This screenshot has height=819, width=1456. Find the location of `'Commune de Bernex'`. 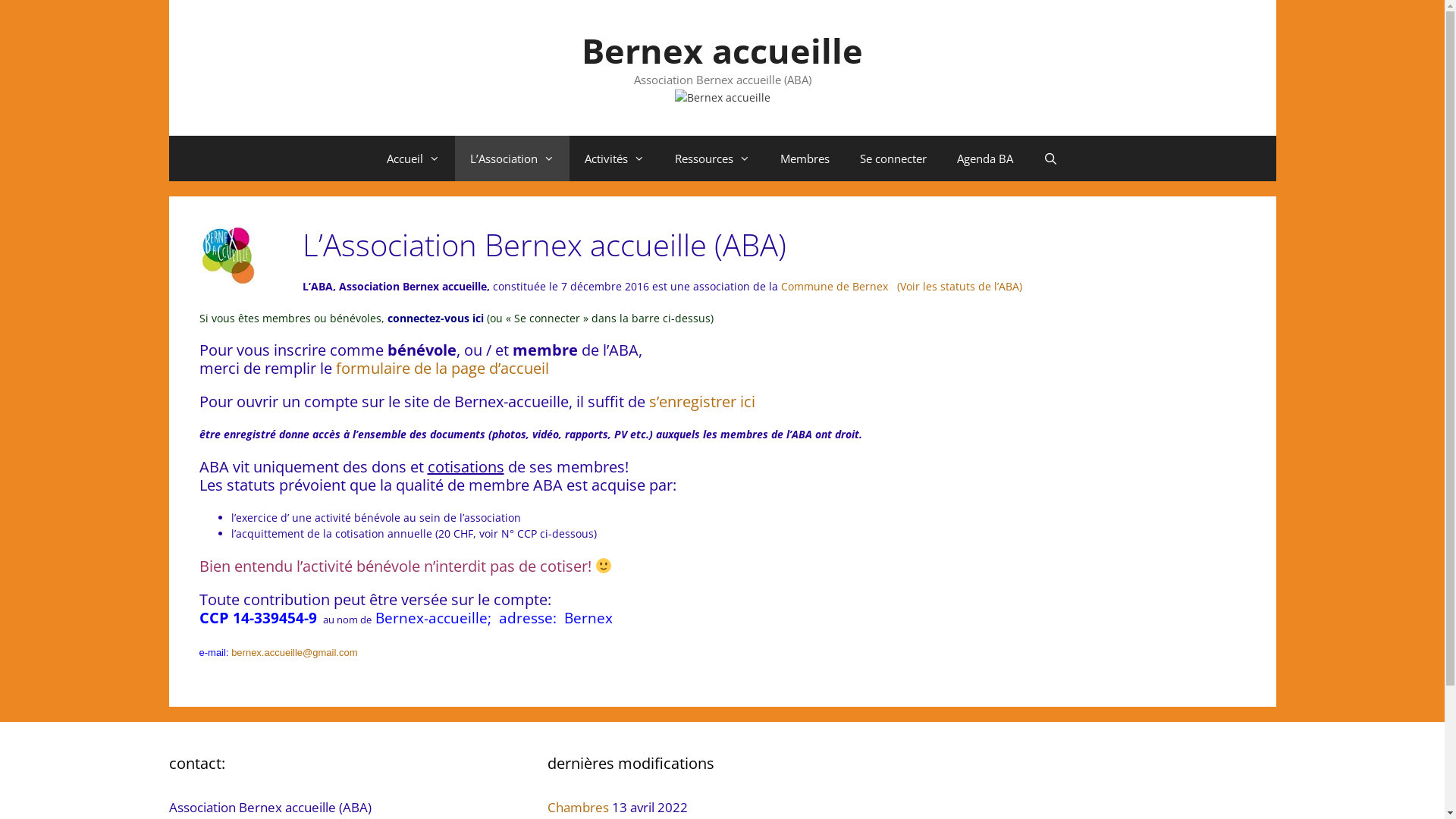

'Commune de Bernex' is located at coordinates (832, 286).